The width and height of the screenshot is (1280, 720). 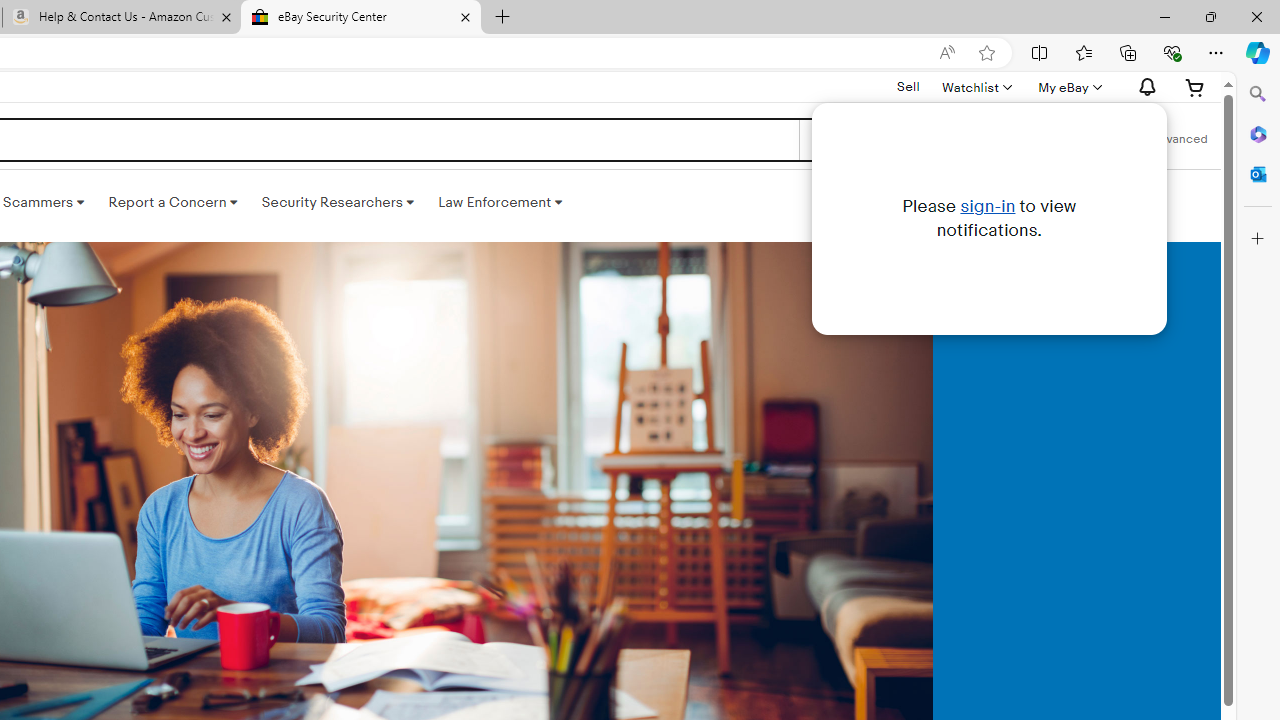 I want to click on 'WatchlistExpand Watch List', so click(x=976, y=86).